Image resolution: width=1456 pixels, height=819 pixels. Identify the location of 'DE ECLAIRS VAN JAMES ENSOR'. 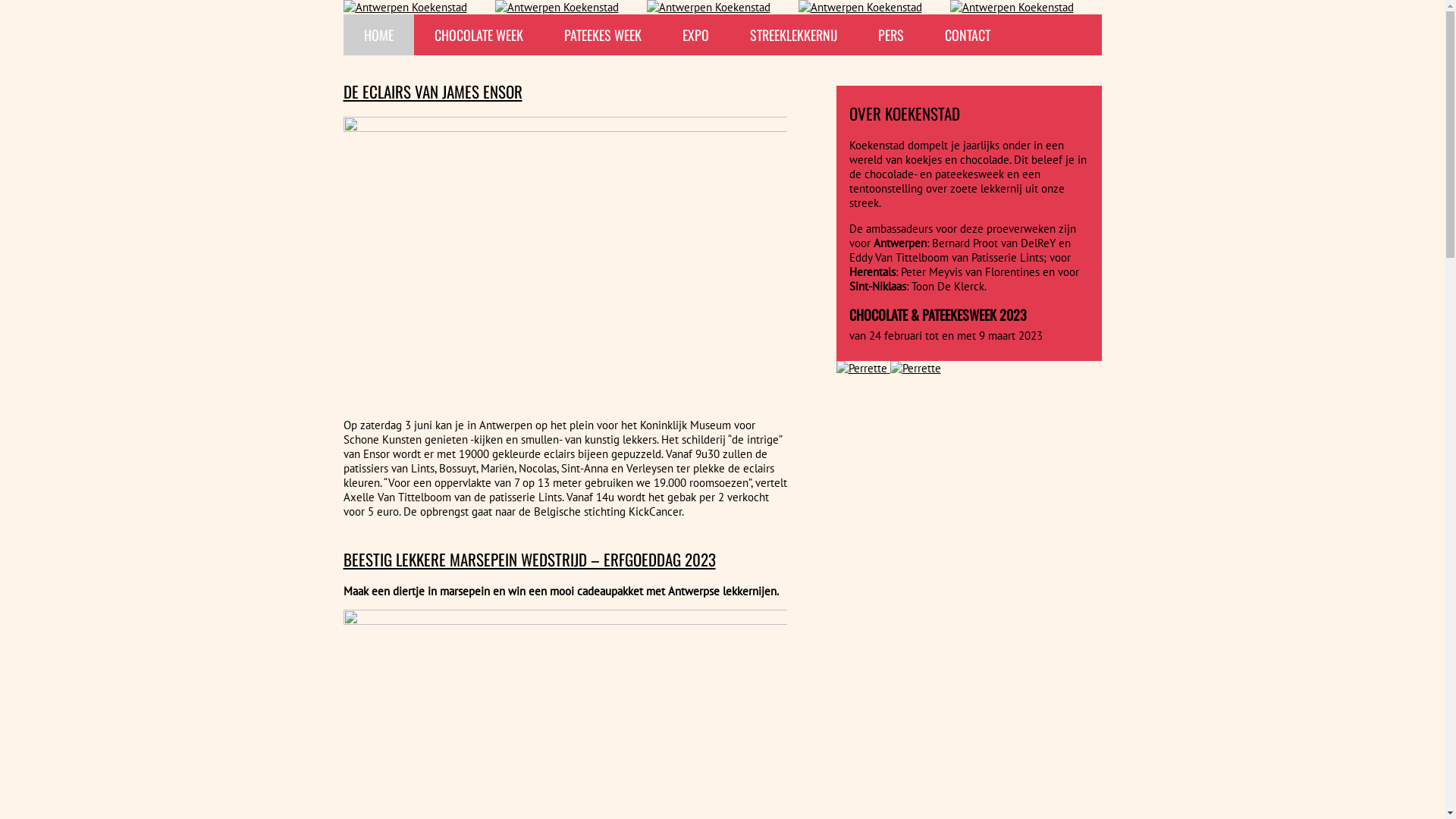
(431, 91).